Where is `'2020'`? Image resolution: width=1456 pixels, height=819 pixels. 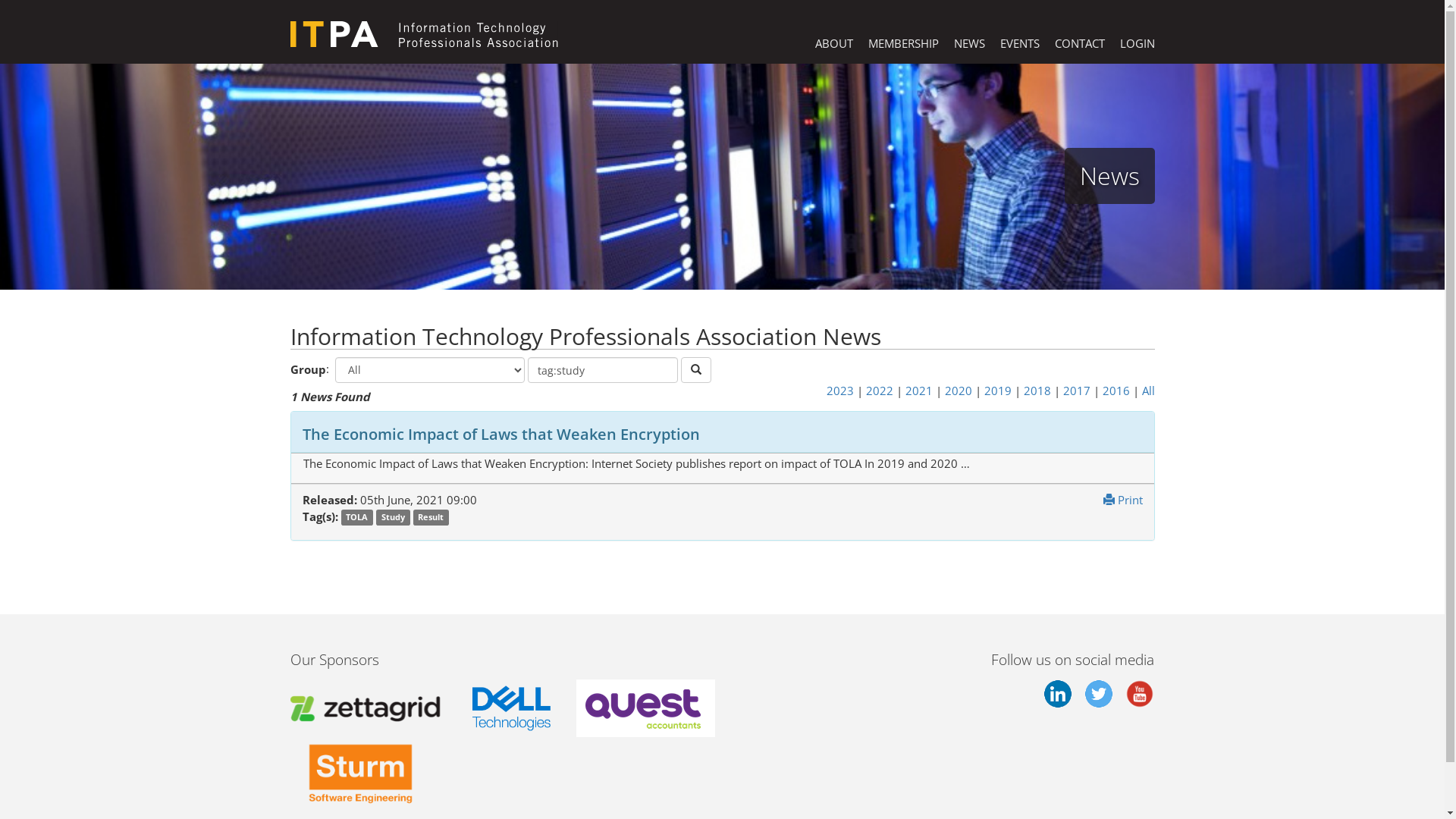 '2020' is located at coordinates (957, 390).